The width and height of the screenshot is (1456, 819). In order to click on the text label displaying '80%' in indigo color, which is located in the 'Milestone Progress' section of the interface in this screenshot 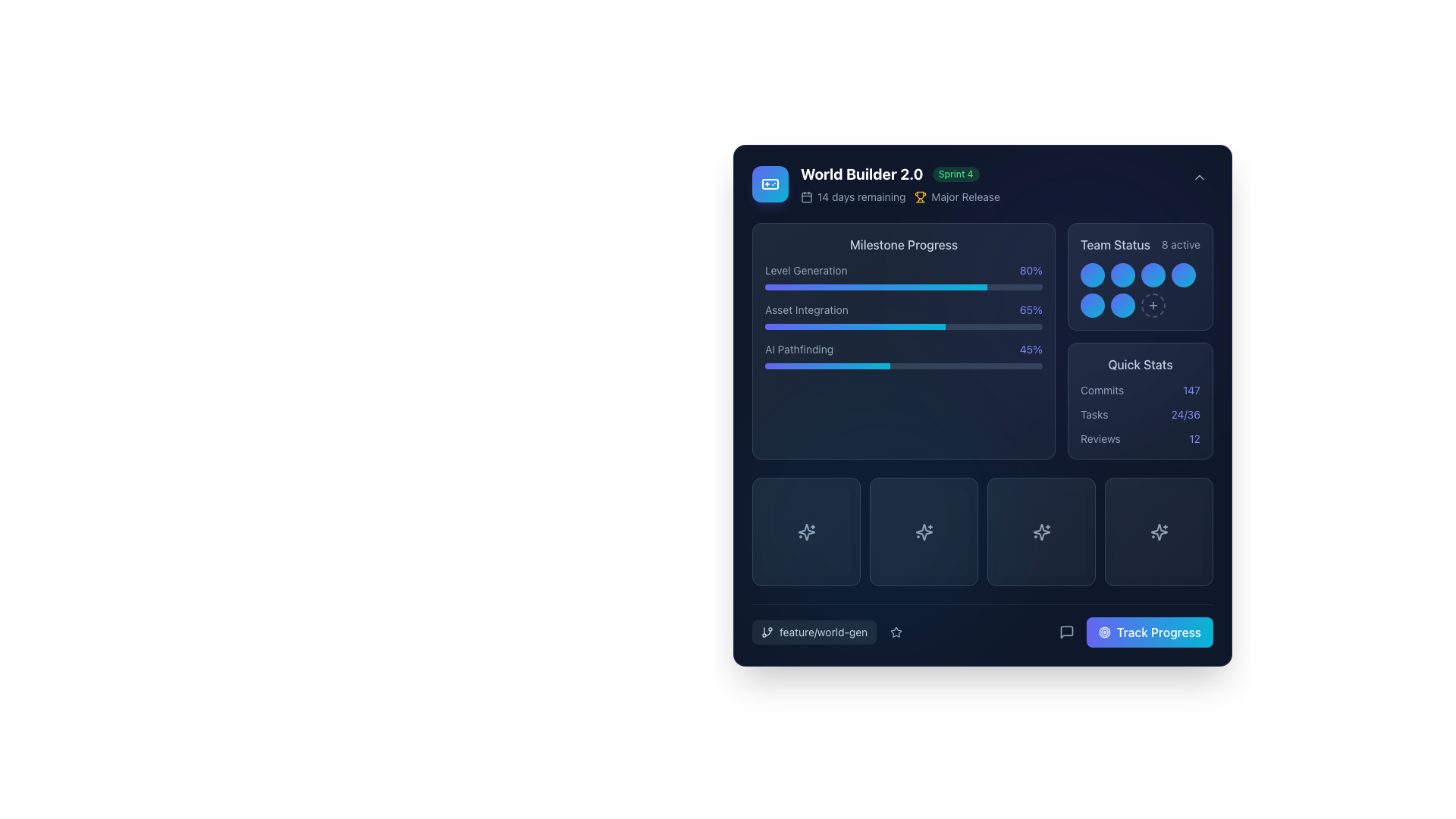, I will do `click(1031, 270)`.